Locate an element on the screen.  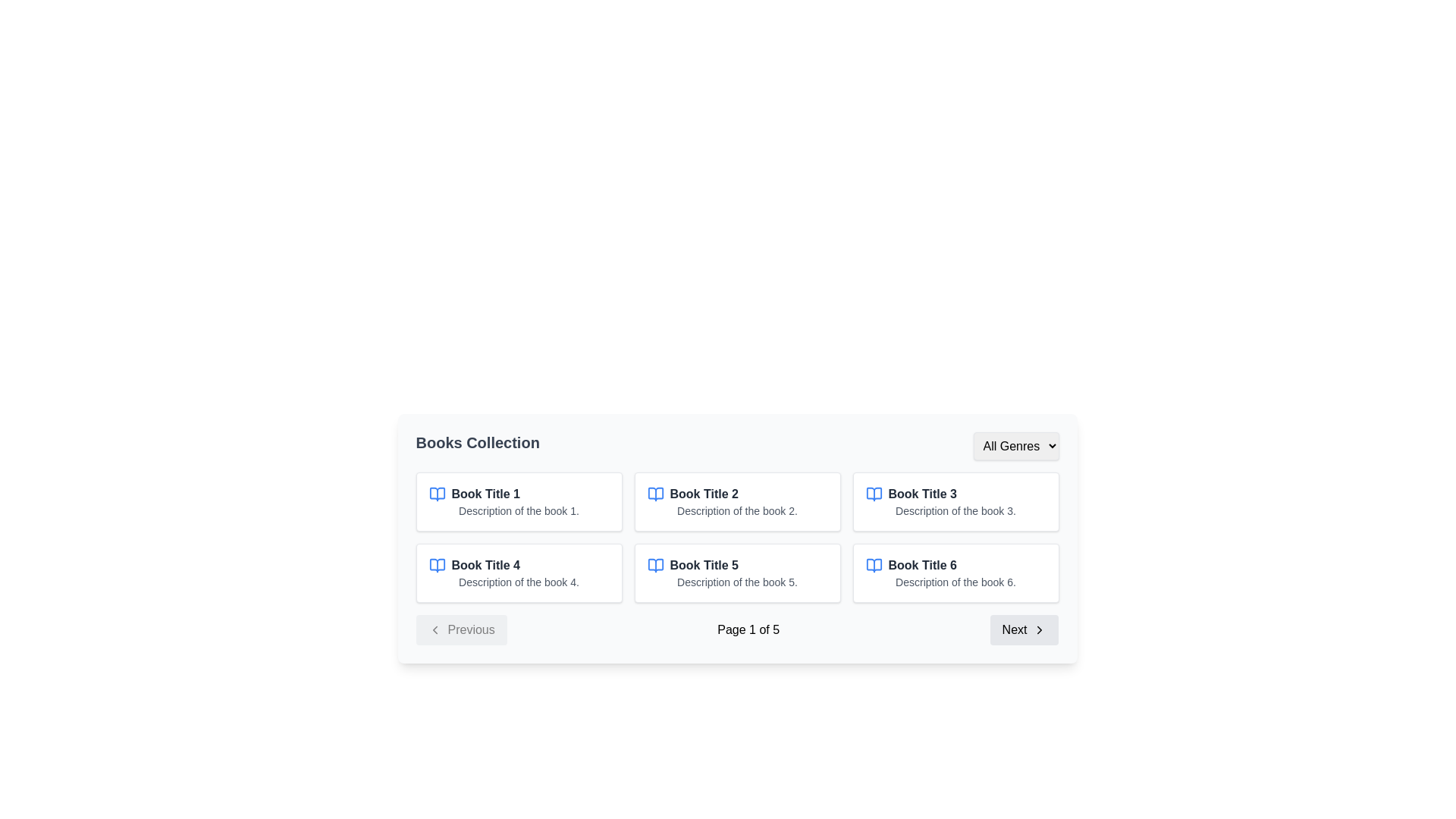
the text label representing the title of a book in the 'Books Collection' section, which is the second title in the top row of the grid layout is located at coordinates (703, 494).